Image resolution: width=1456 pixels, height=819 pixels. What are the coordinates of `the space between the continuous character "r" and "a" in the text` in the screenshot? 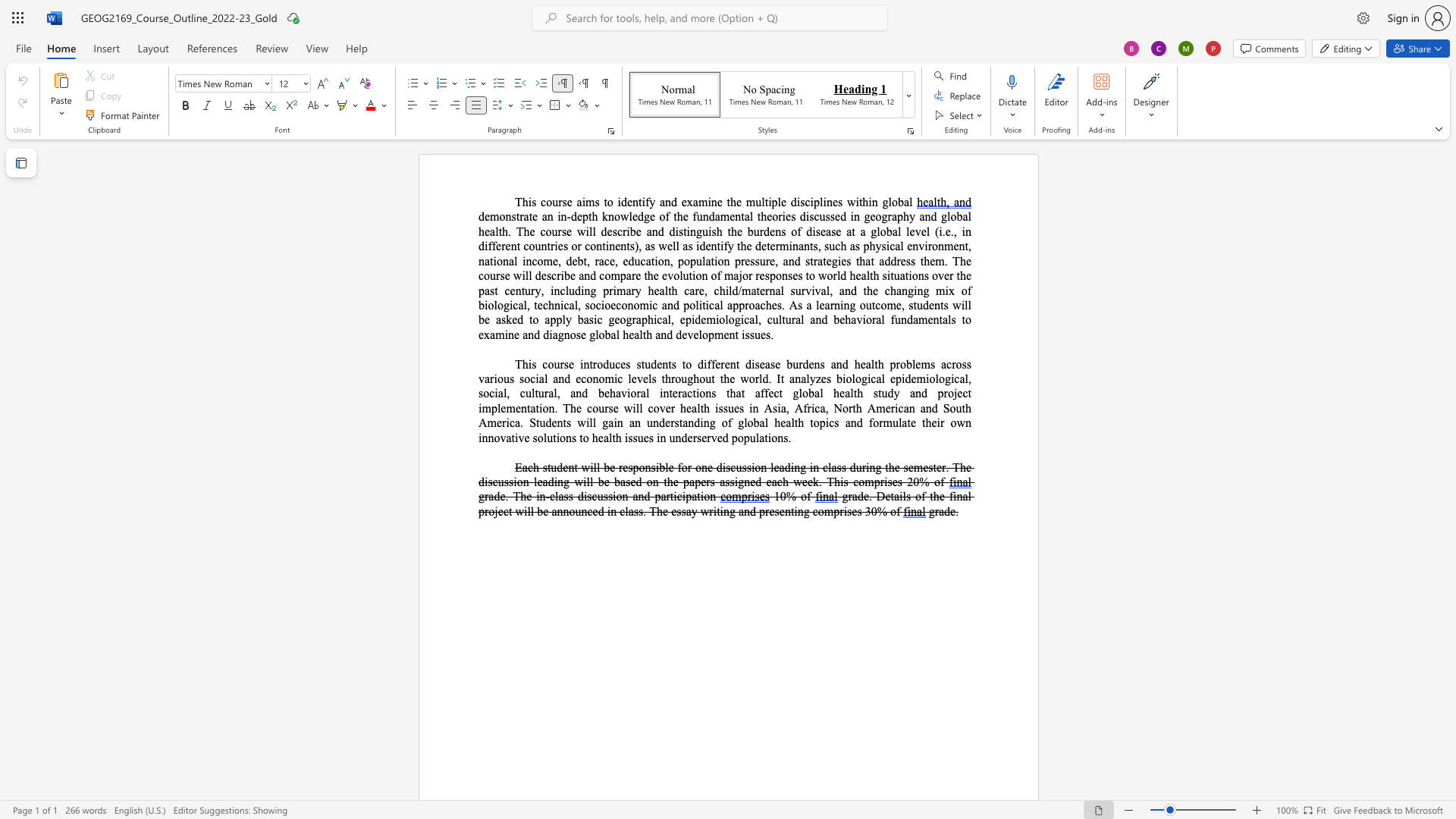 It's located at (636, 318).